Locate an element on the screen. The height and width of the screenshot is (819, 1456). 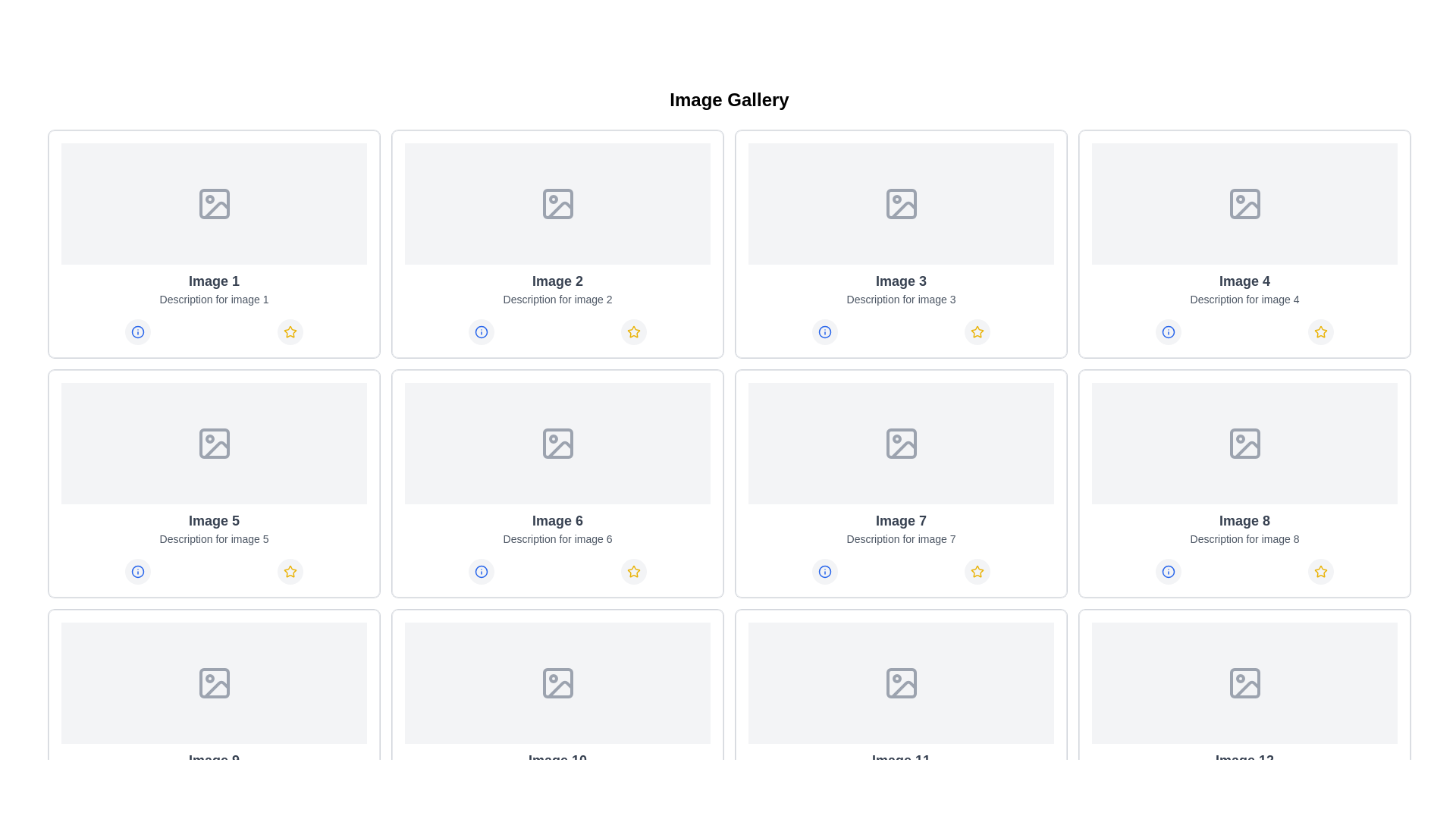
the circular outline of the information icon, which is the first icon below the 'Image 3' card in the gallery is located at coordinates (824, 331).